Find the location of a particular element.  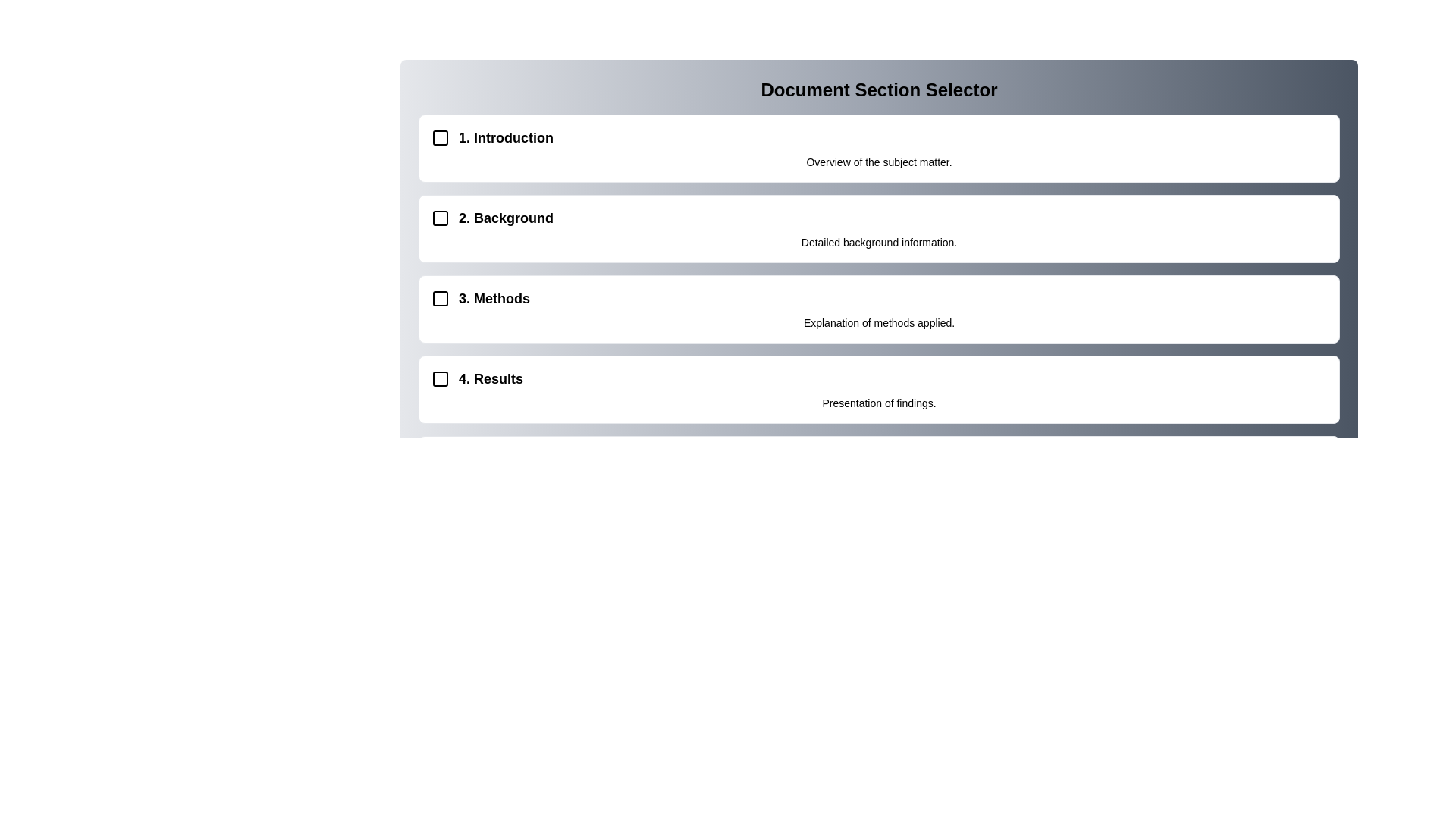

the section card labeled 'Results' to view its content is located at coordinates (879, 388).